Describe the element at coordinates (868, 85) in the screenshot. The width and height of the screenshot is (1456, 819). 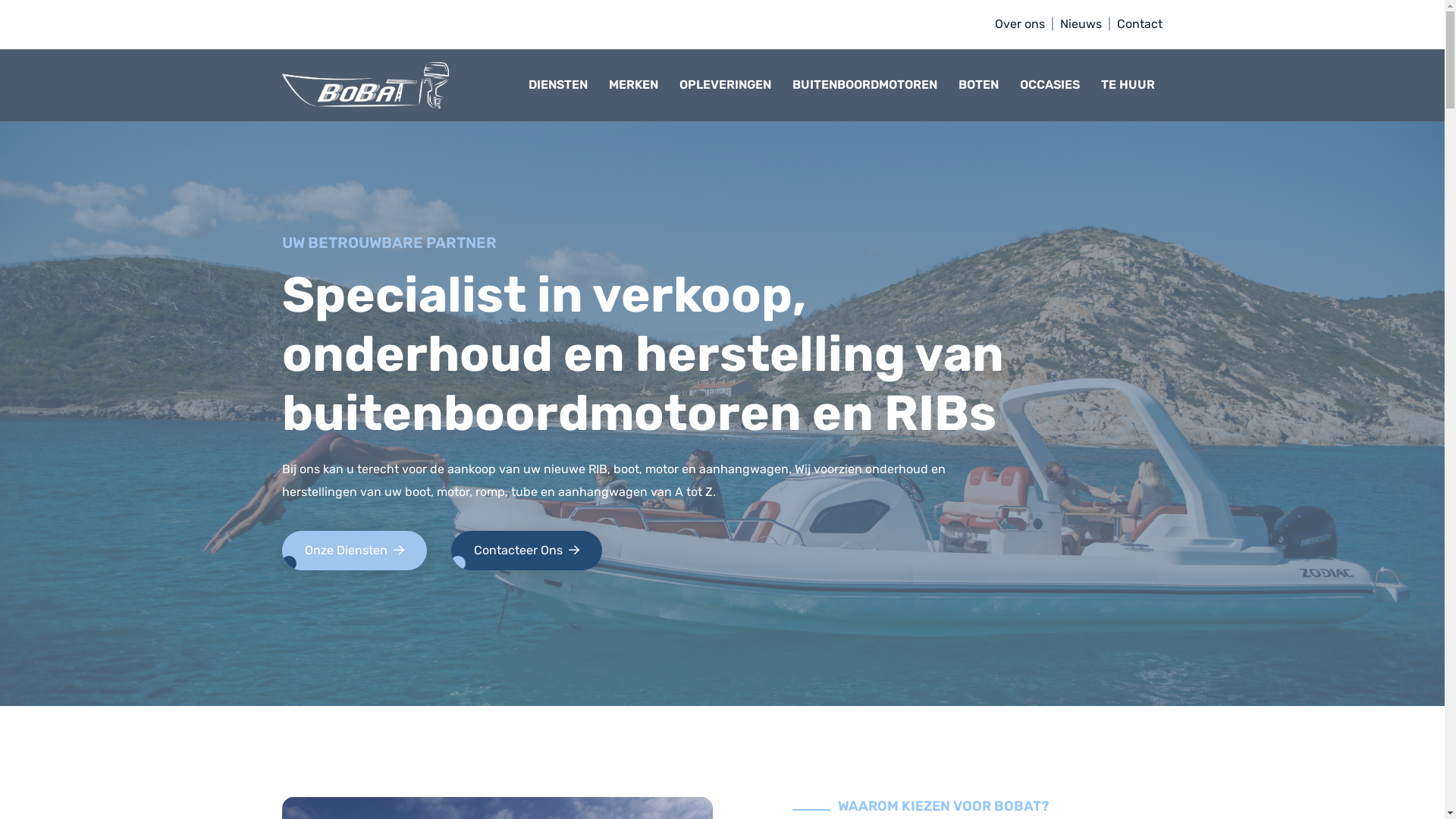
I see `'BUITENBOORDMOTOREN'` at that location.